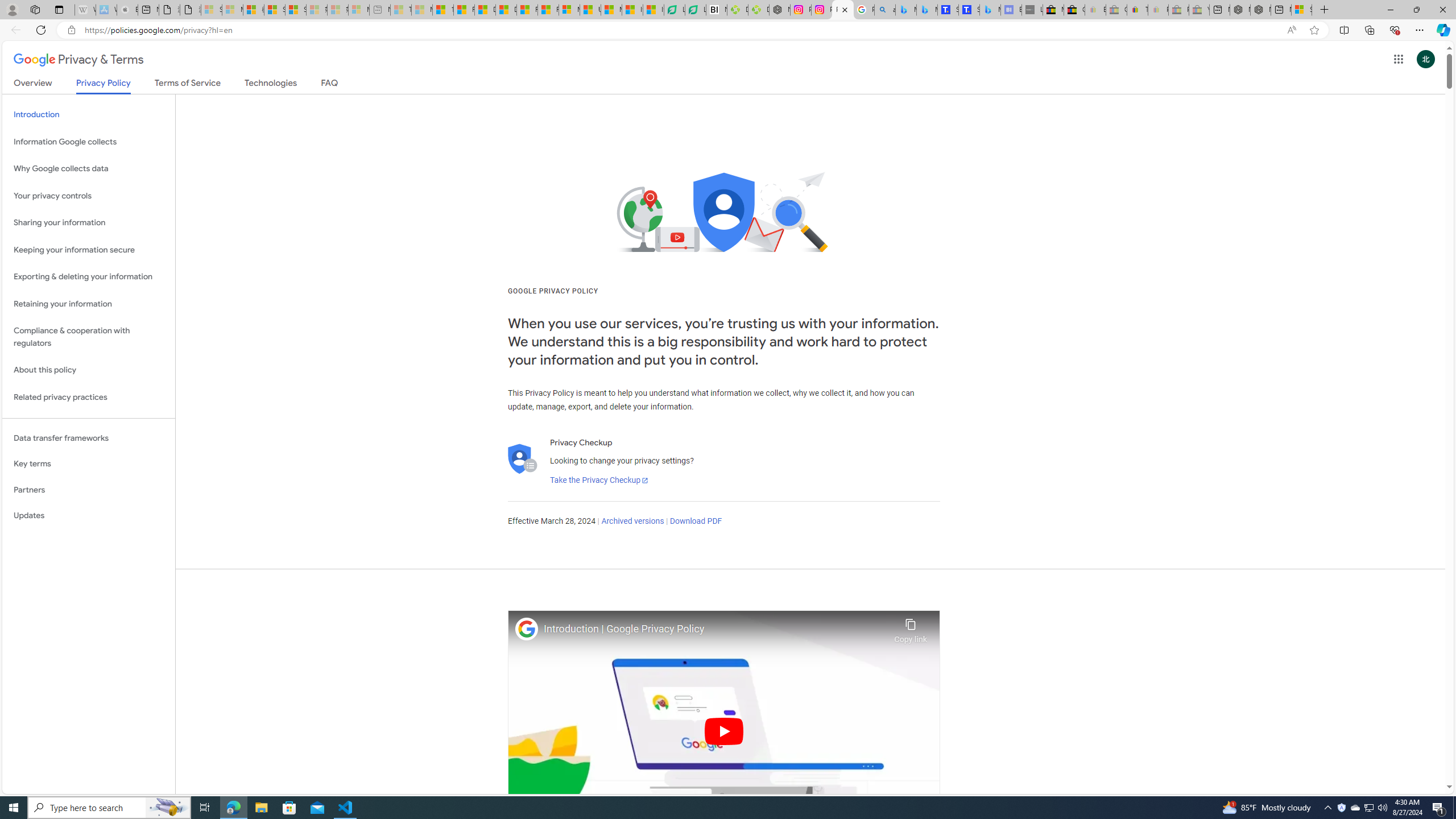  What do you see at coordinates (911, 627) in the screenshot?
I see `'Copy link'` at bounding box center [911, 627].